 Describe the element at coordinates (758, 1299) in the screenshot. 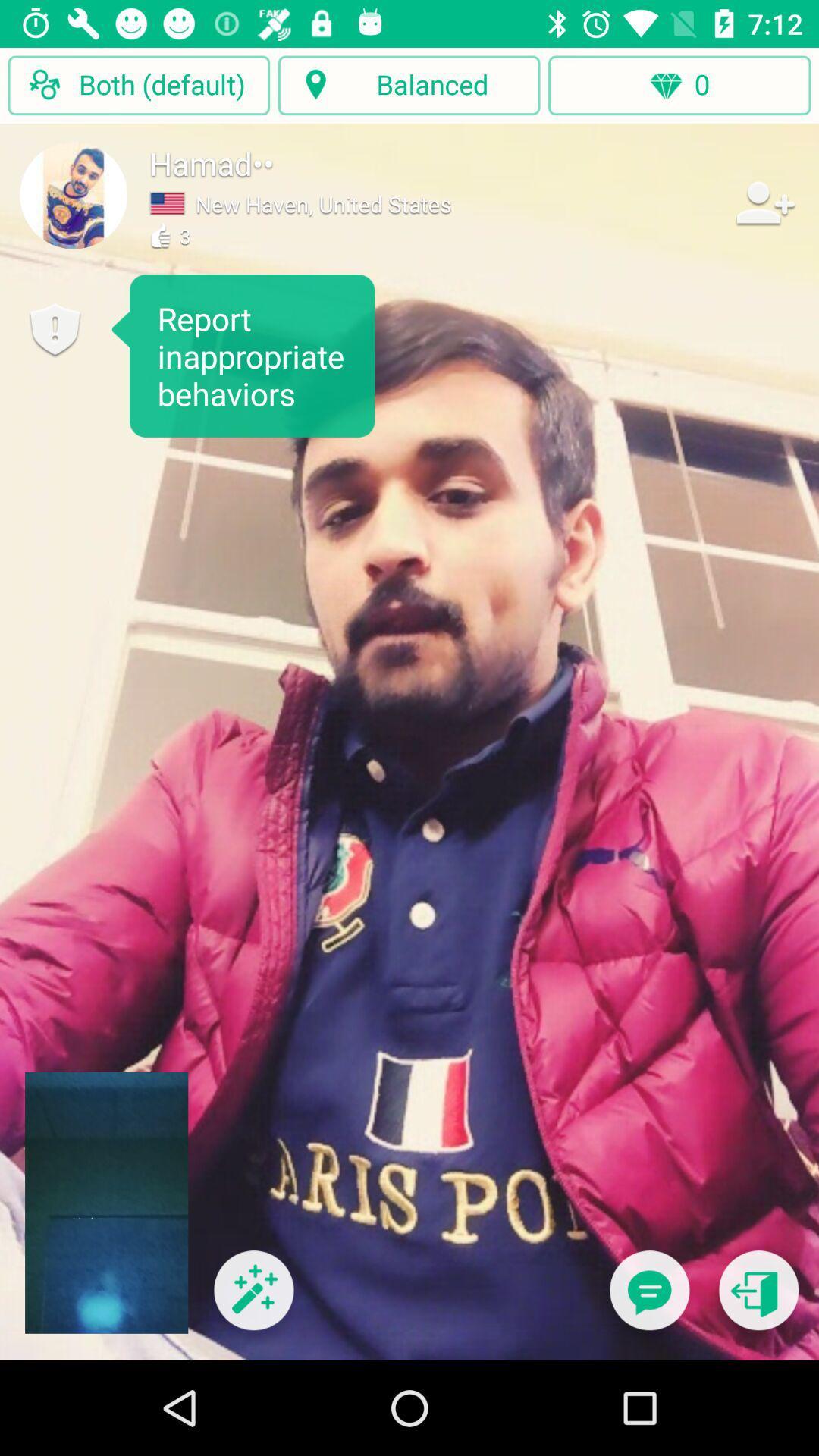

I see `exit call` at that location.